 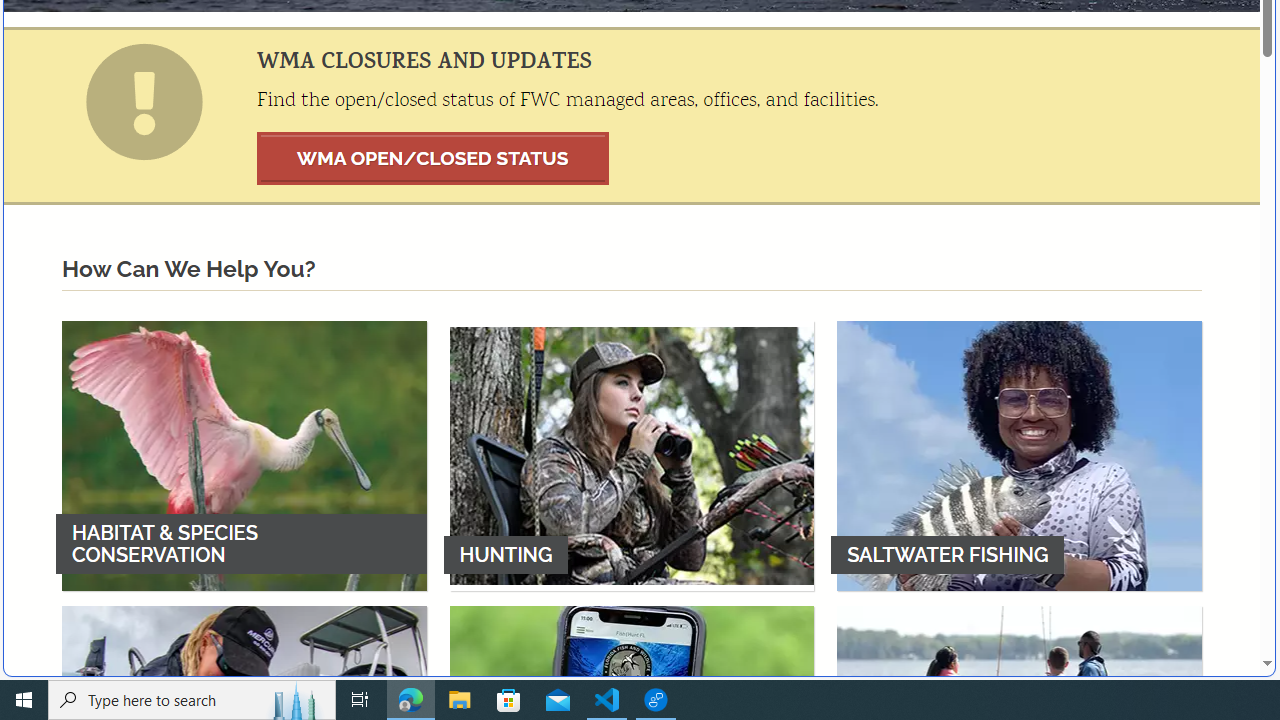 What do you see at coordinates (631, 455) in the screenshot?
I see `'HUNTING'` at bounding box center [631, 455].